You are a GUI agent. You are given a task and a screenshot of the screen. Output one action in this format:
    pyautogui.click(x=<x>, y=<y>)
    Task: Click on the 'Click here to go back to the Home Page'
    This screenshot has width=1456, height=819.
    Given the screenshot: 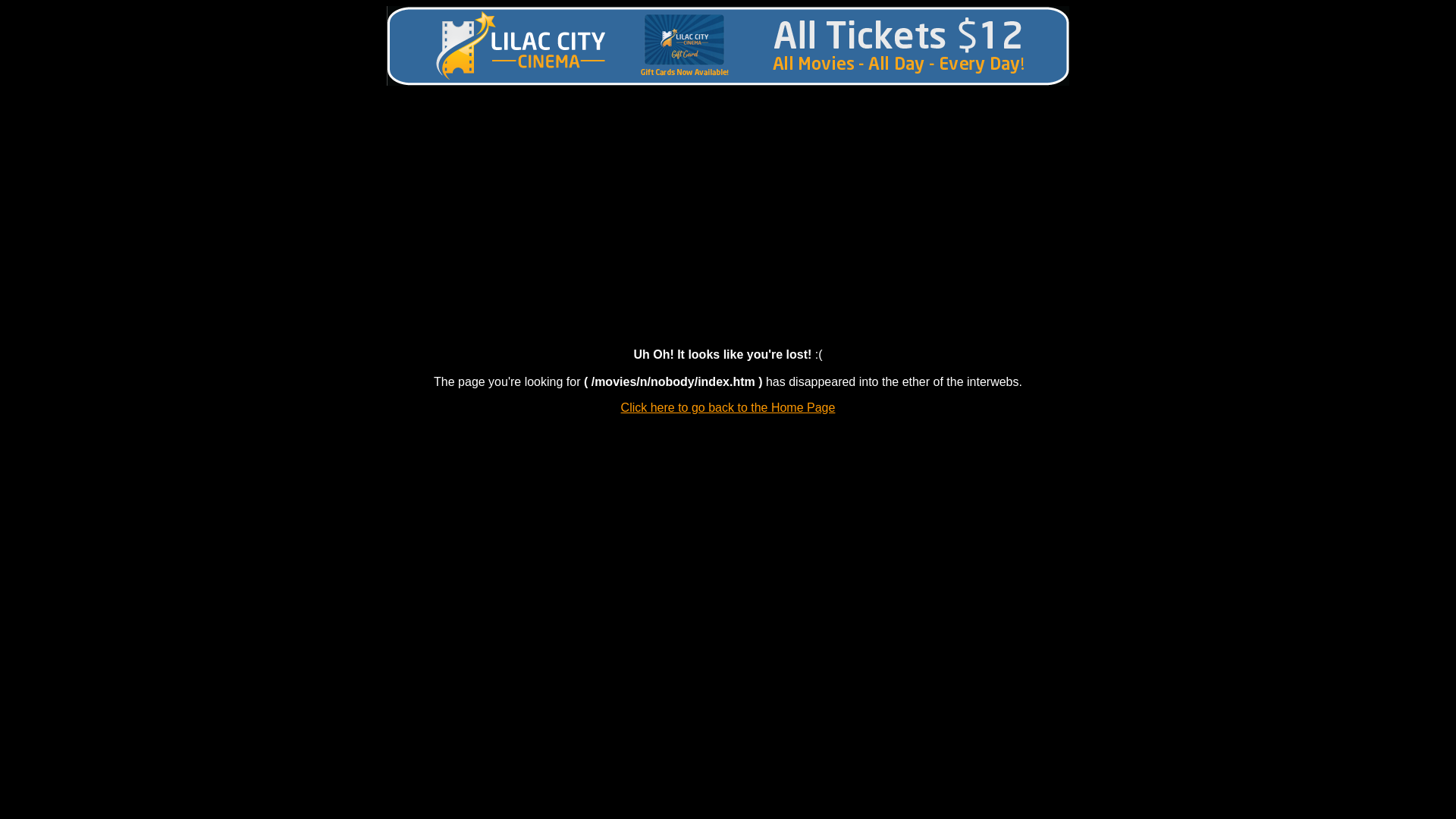 What is the action you would take?
    pyautogui.click(x=621, y=406)
    